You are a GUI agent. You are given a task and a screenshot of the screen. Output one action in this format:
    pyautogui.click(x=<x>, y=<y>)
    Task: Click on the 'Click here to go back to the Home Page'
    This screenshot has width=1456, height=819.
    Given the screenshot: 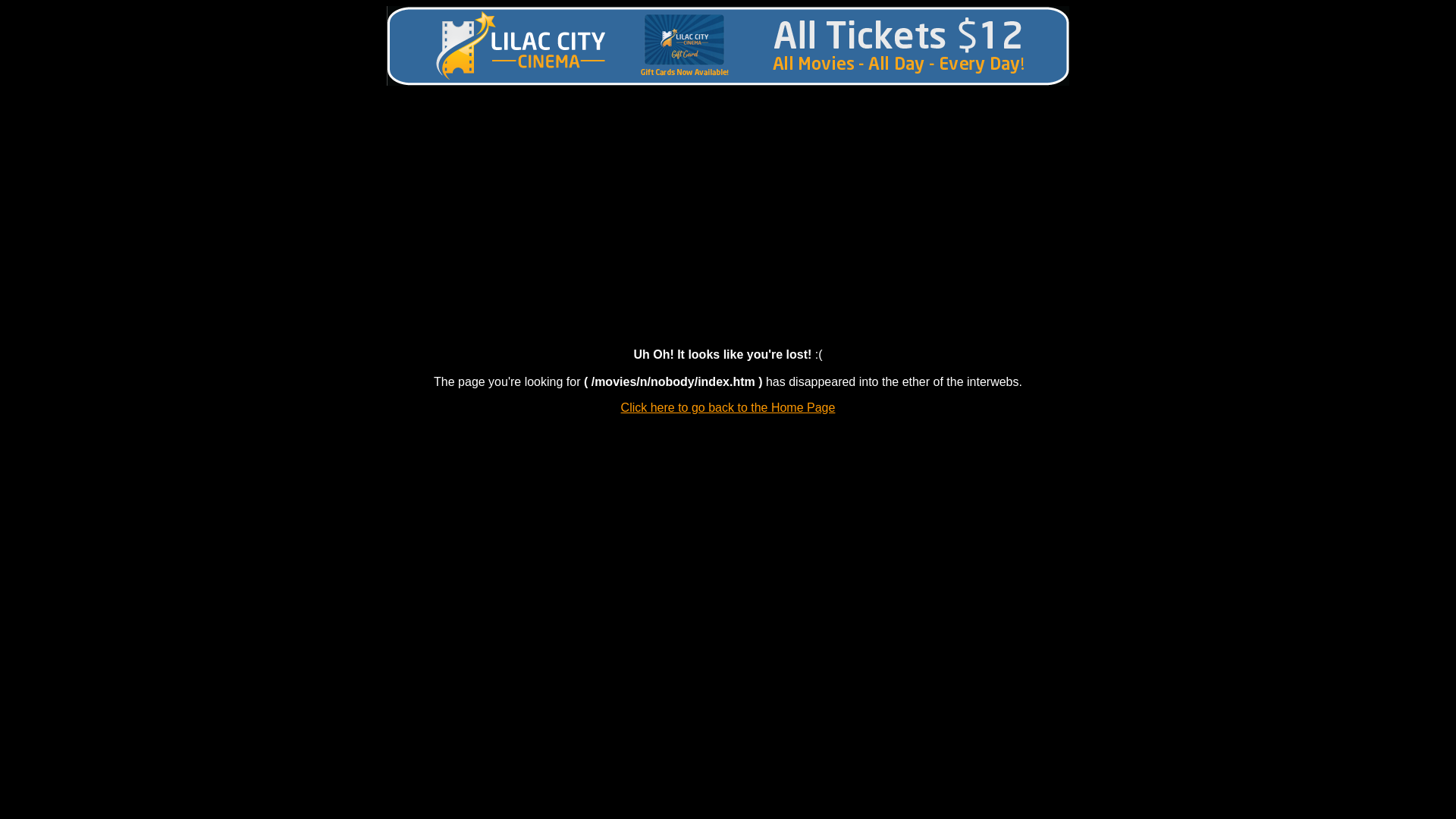 What is the action you would take?
    pyautogui.click(x=621, y=406)
    